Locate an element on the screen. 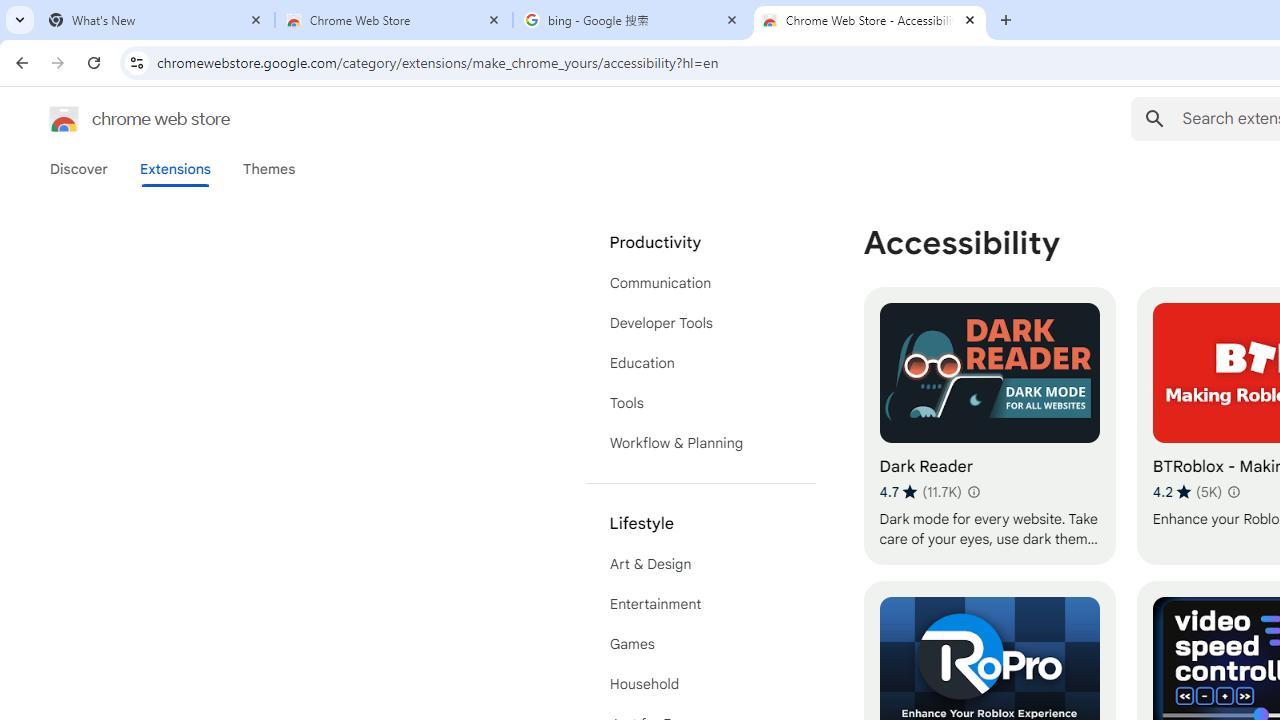 The width and height of the screenshot is (1280, 720). 'Themes' is located at coordinates (268, 168).